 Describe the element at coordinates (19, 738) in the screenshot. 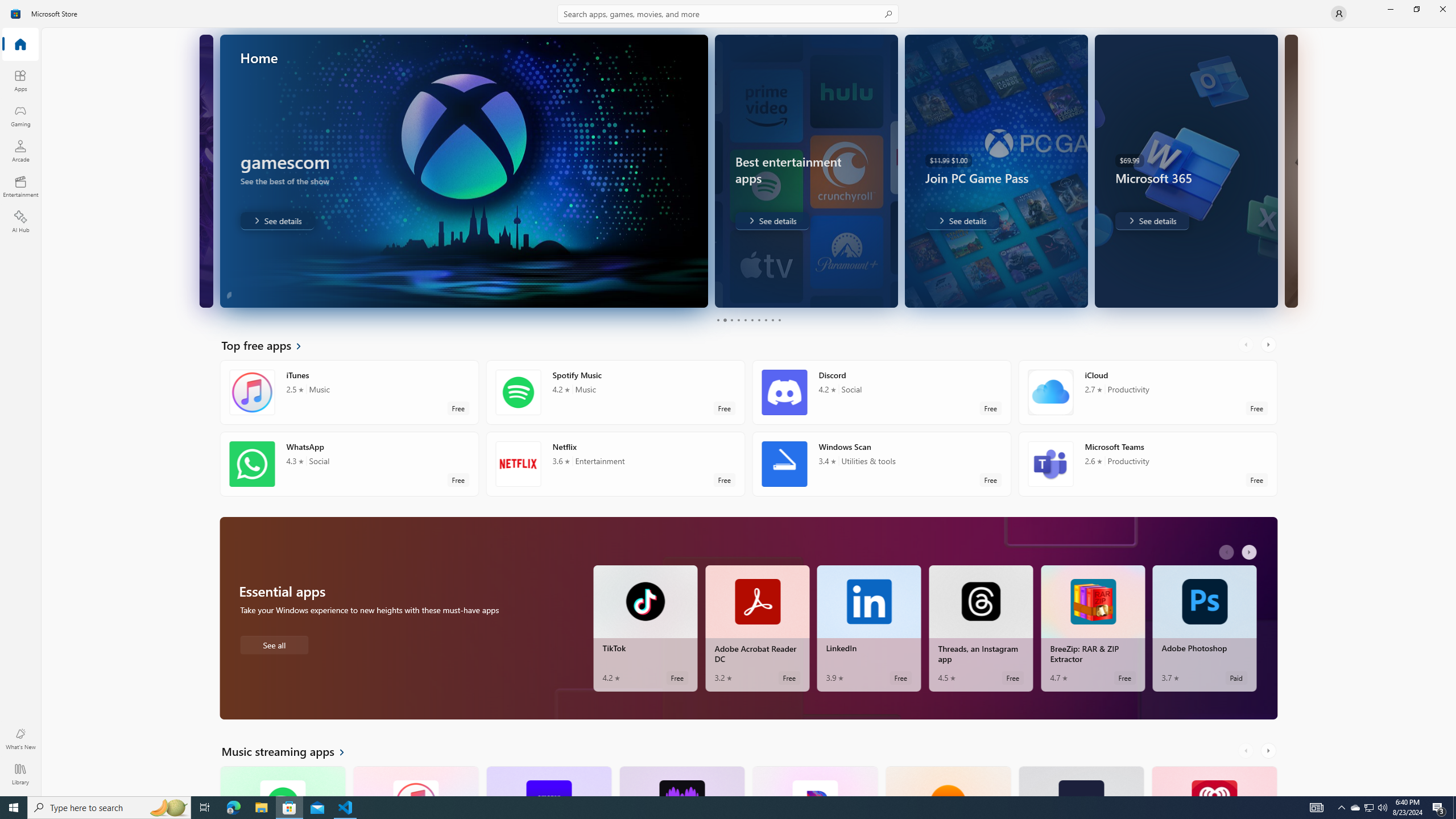

I see `'What'` at that location.